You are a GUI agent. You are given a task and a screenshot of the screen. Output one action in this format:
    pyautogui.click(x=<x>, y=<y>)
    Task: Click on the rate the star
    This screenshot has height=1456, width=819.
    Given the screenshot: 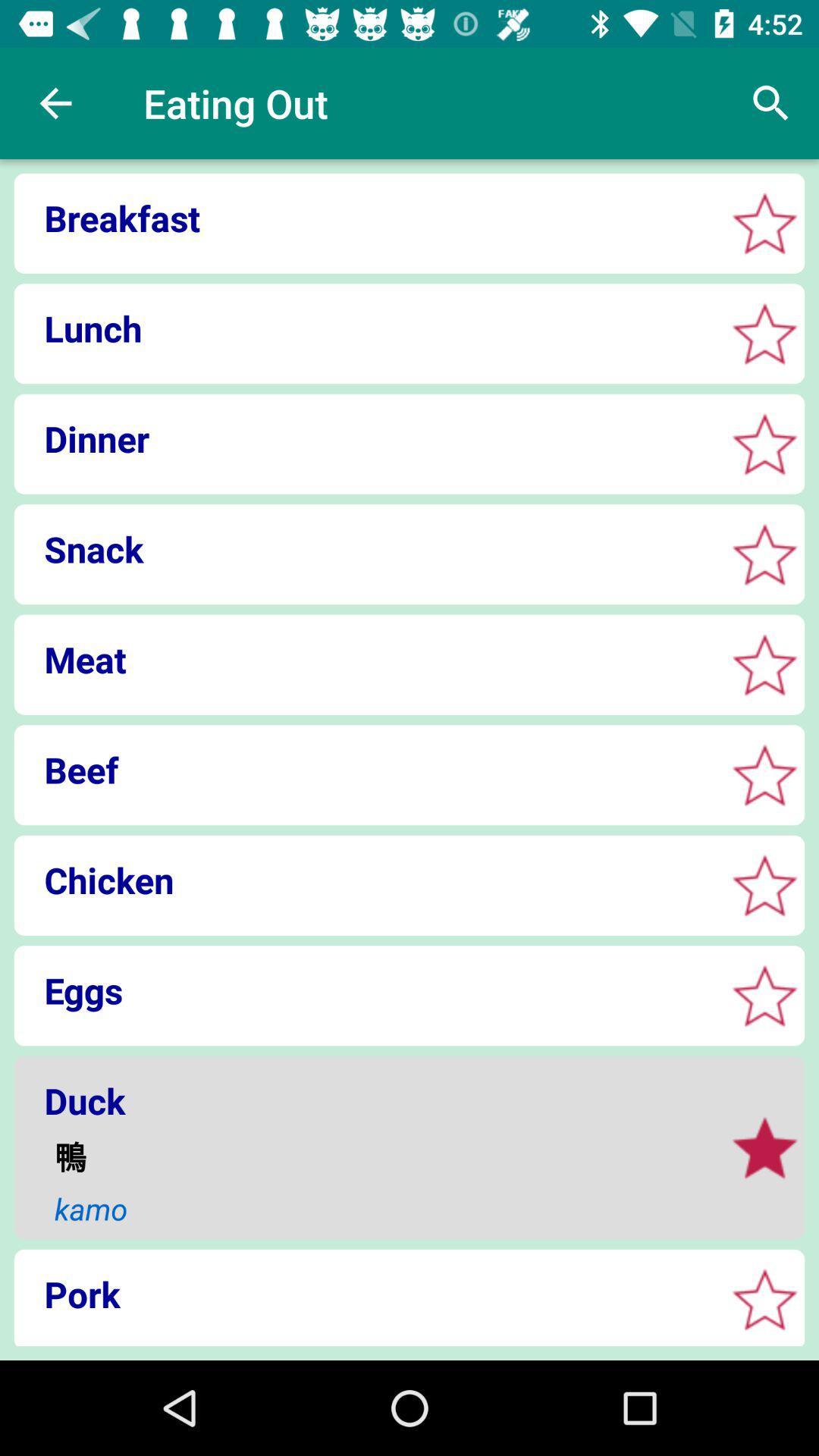 What is the action you would take?
    pyautogui.click(x=764, y=775)
    